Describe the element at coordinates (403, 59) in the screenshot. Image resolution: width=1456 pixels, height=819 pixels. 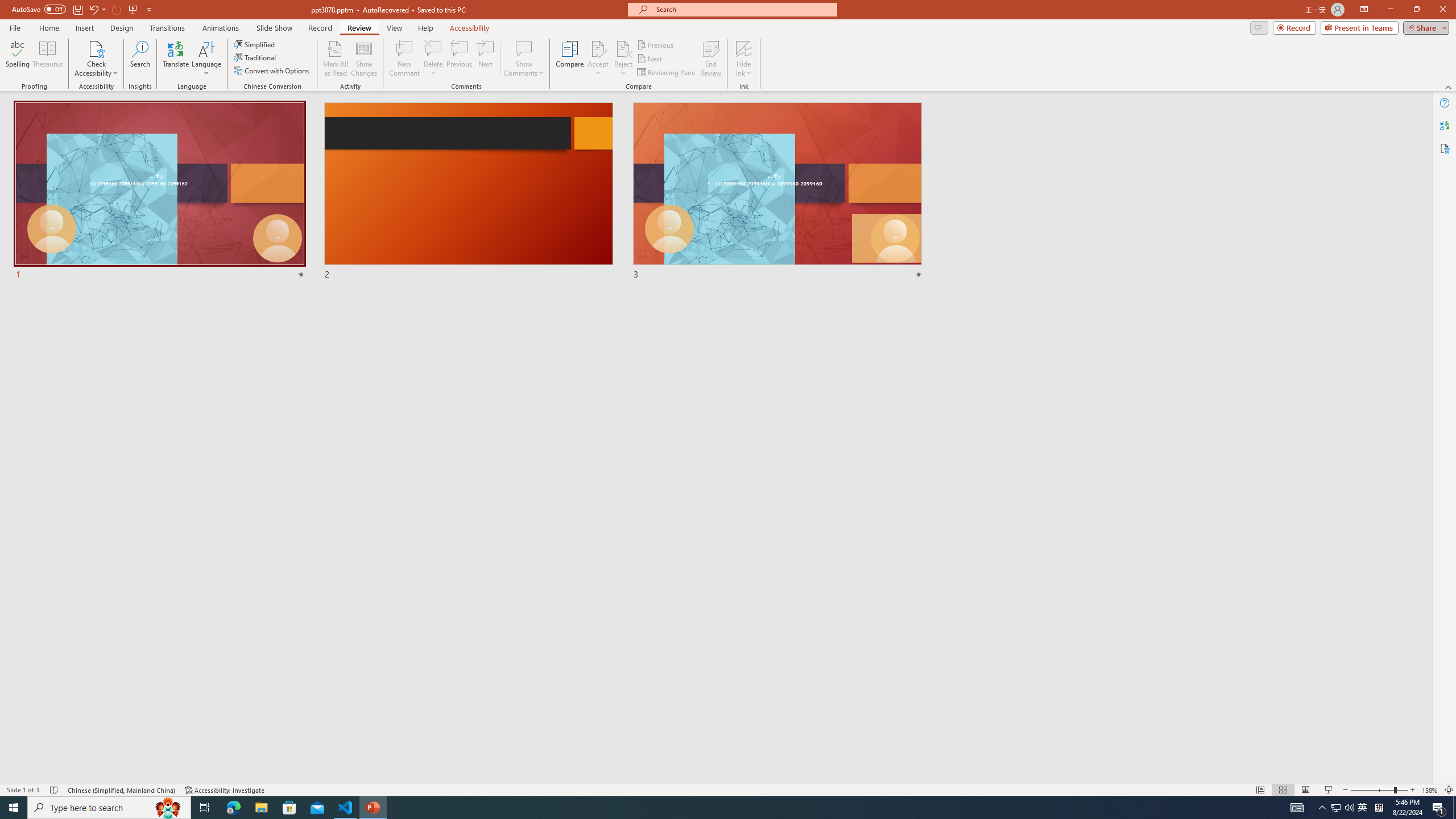
I see `'New Comment'` at that location.